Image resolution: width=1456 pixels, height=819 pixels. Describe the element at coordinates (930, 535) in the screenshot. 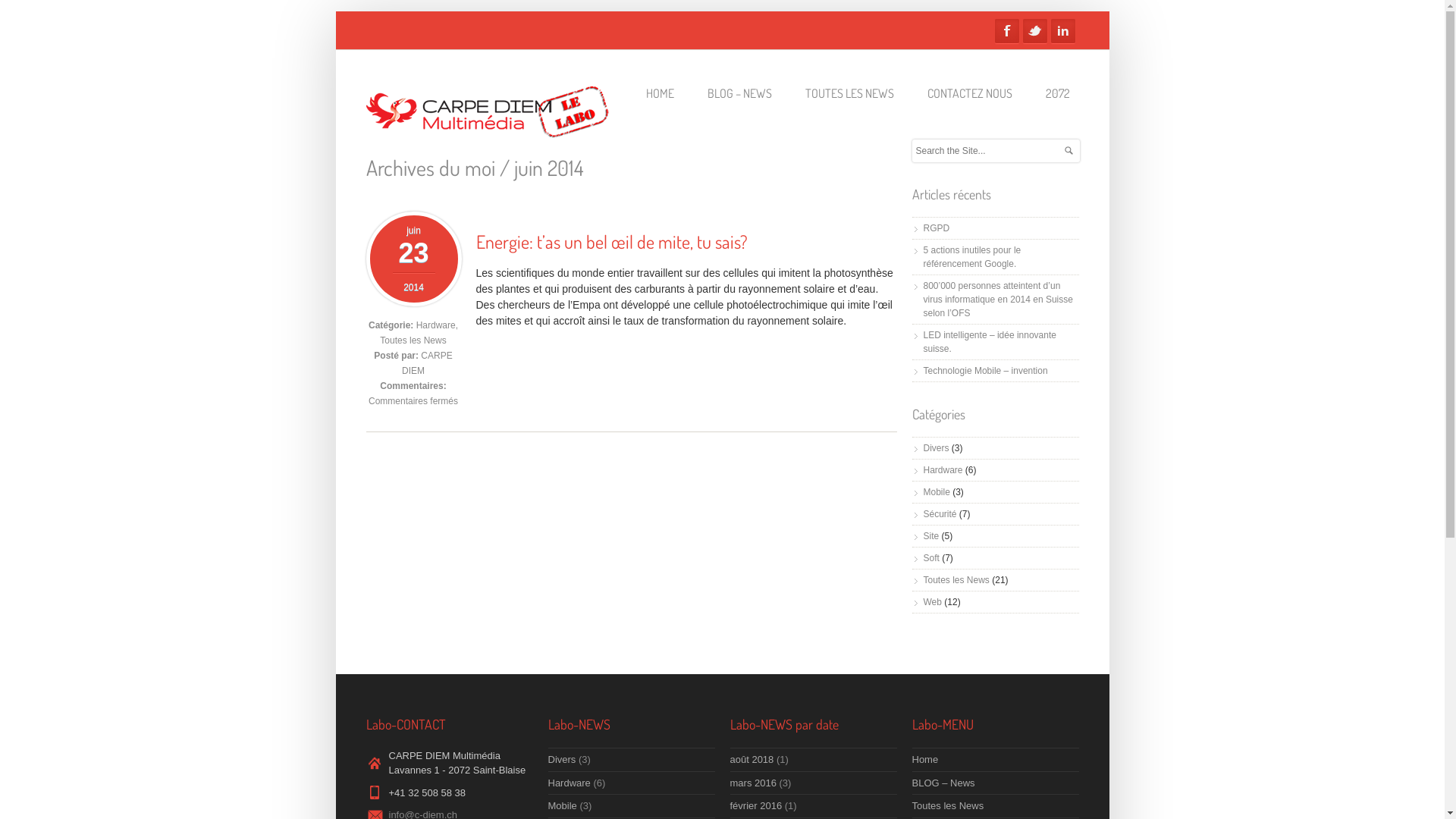

I see `'Site'` at that location.